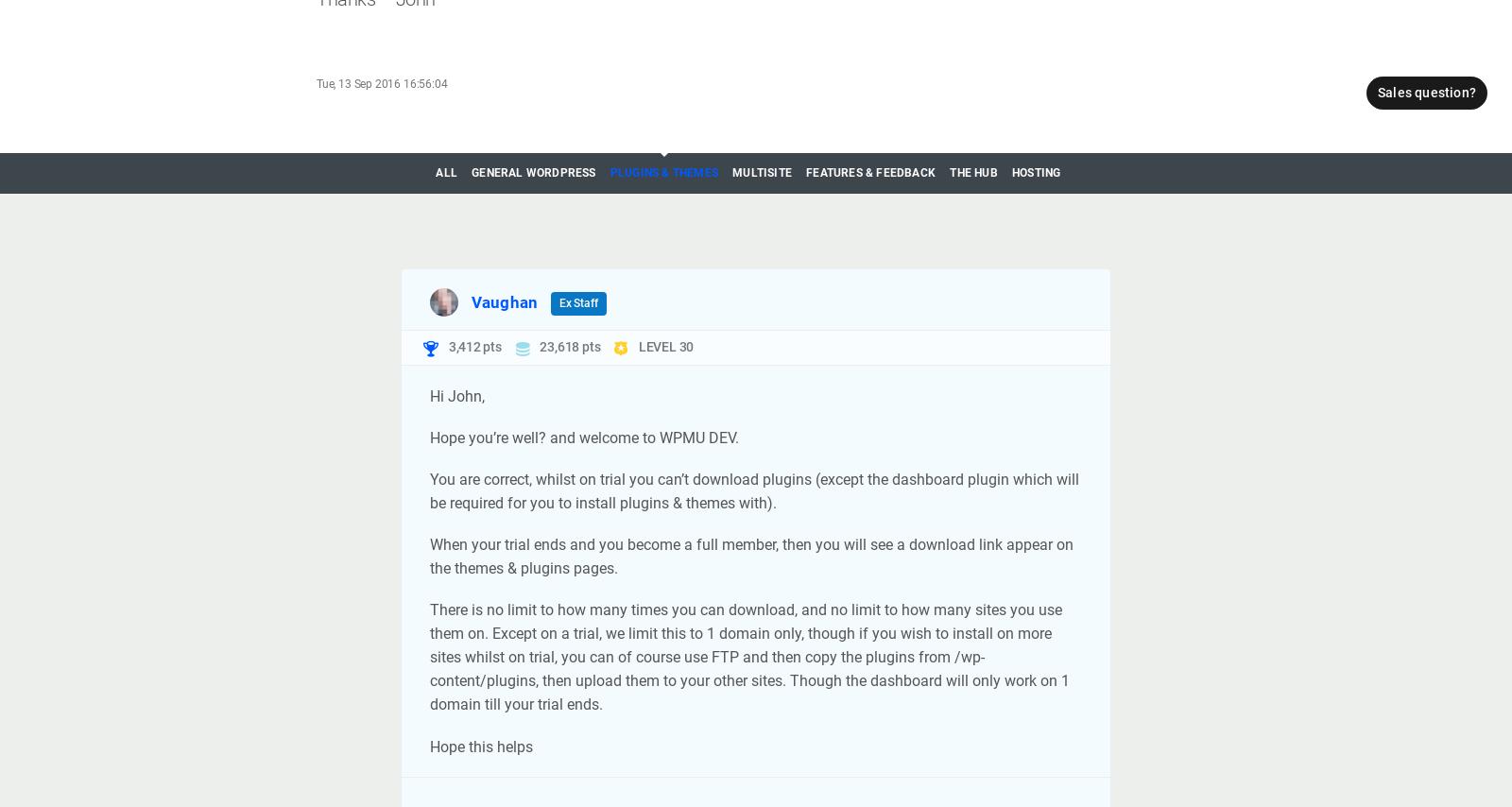 Image resolution: width=1512 pixels, height=807 pixels. I want to click on 'Hosting', so click(1036, 171).